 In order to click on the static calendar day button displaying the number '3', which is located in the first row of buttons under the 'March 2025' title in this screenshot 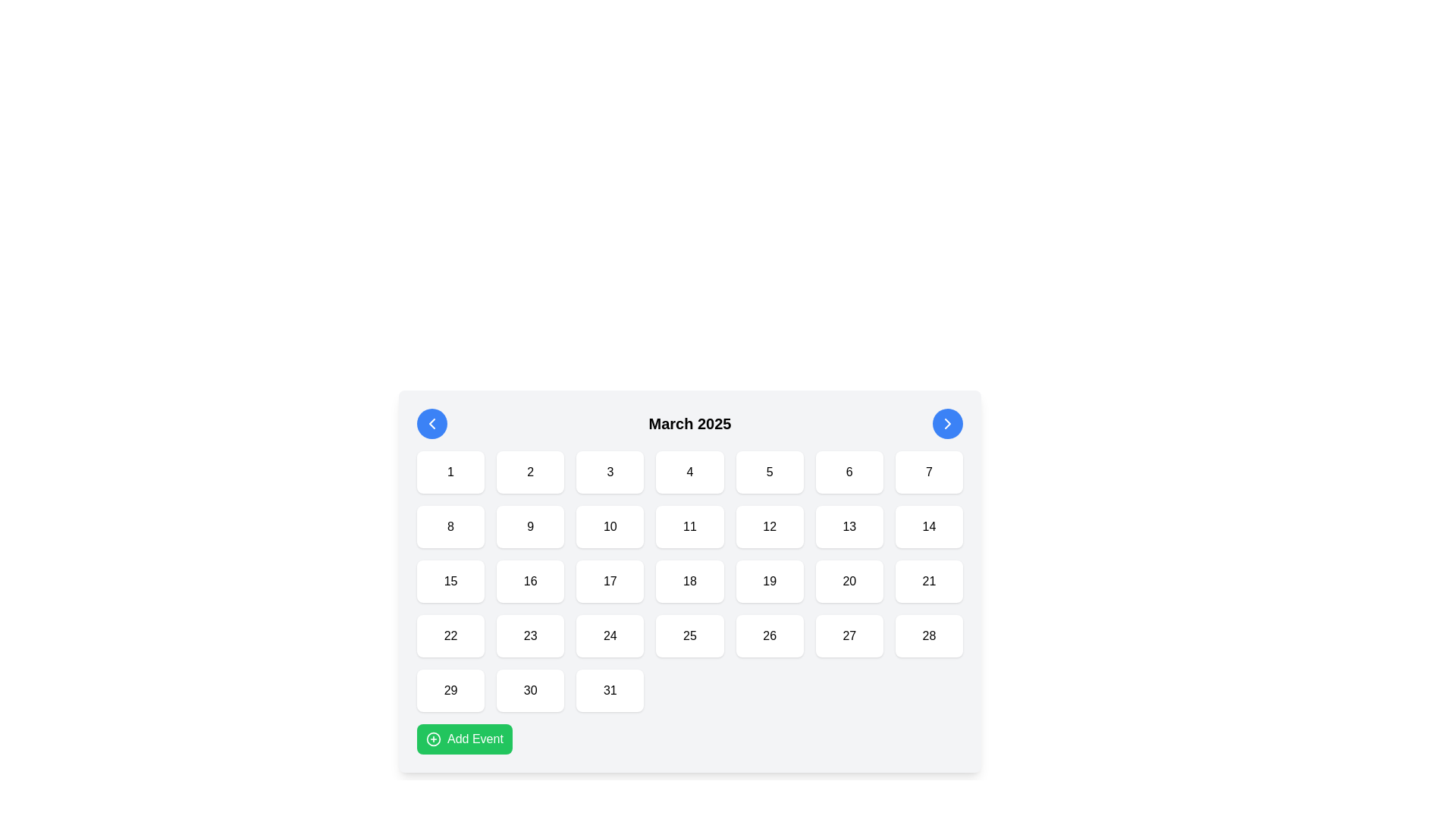, I will do `click(610, 472)`.